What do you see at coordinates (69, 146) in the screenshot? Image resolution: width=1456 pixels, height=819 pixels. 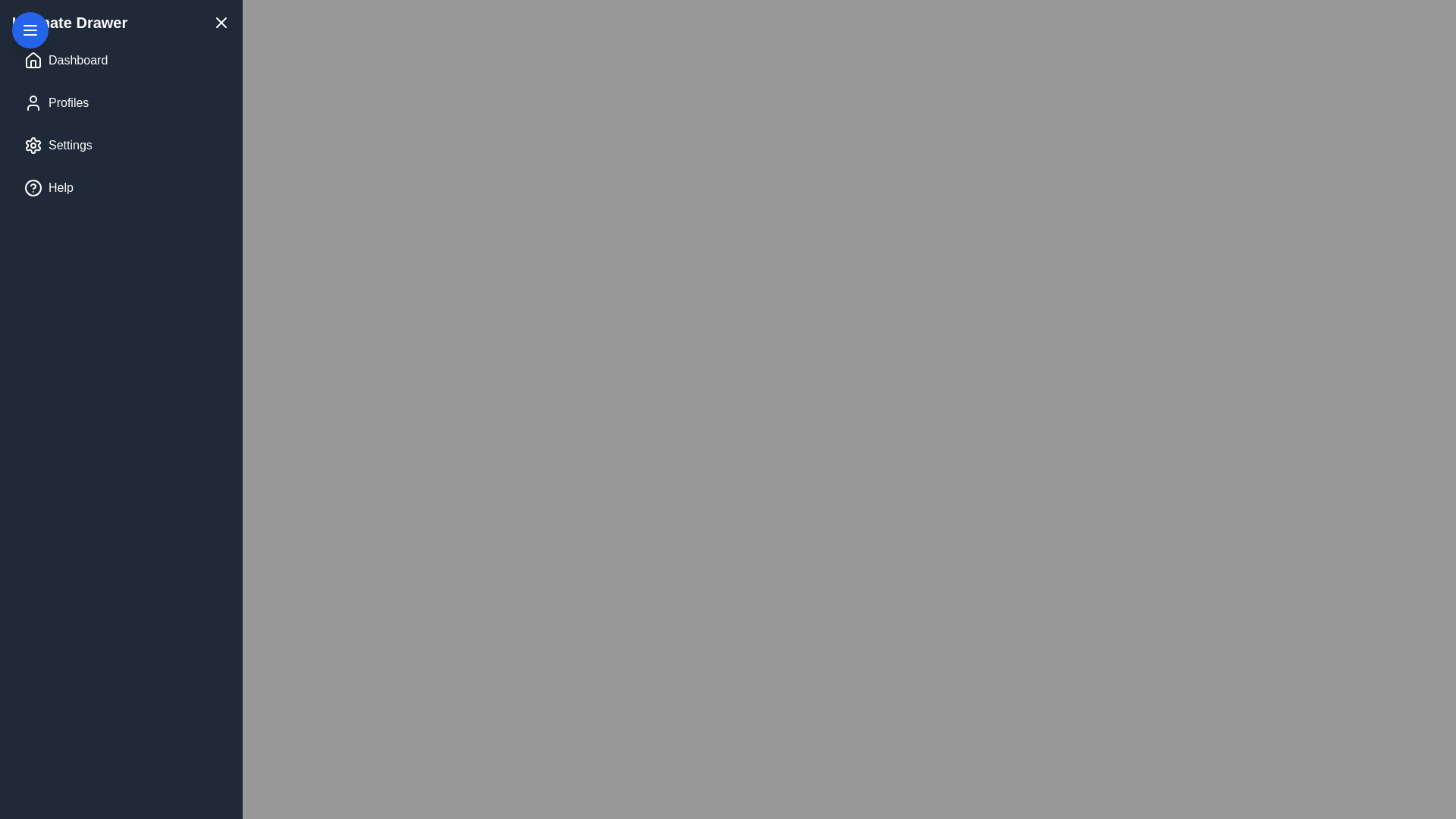 I see `the settings menu item located third in the vertical list of the sidebar, positioned between the 'Profiles' and 'Help' menu options` at bounding box center [69, 146].